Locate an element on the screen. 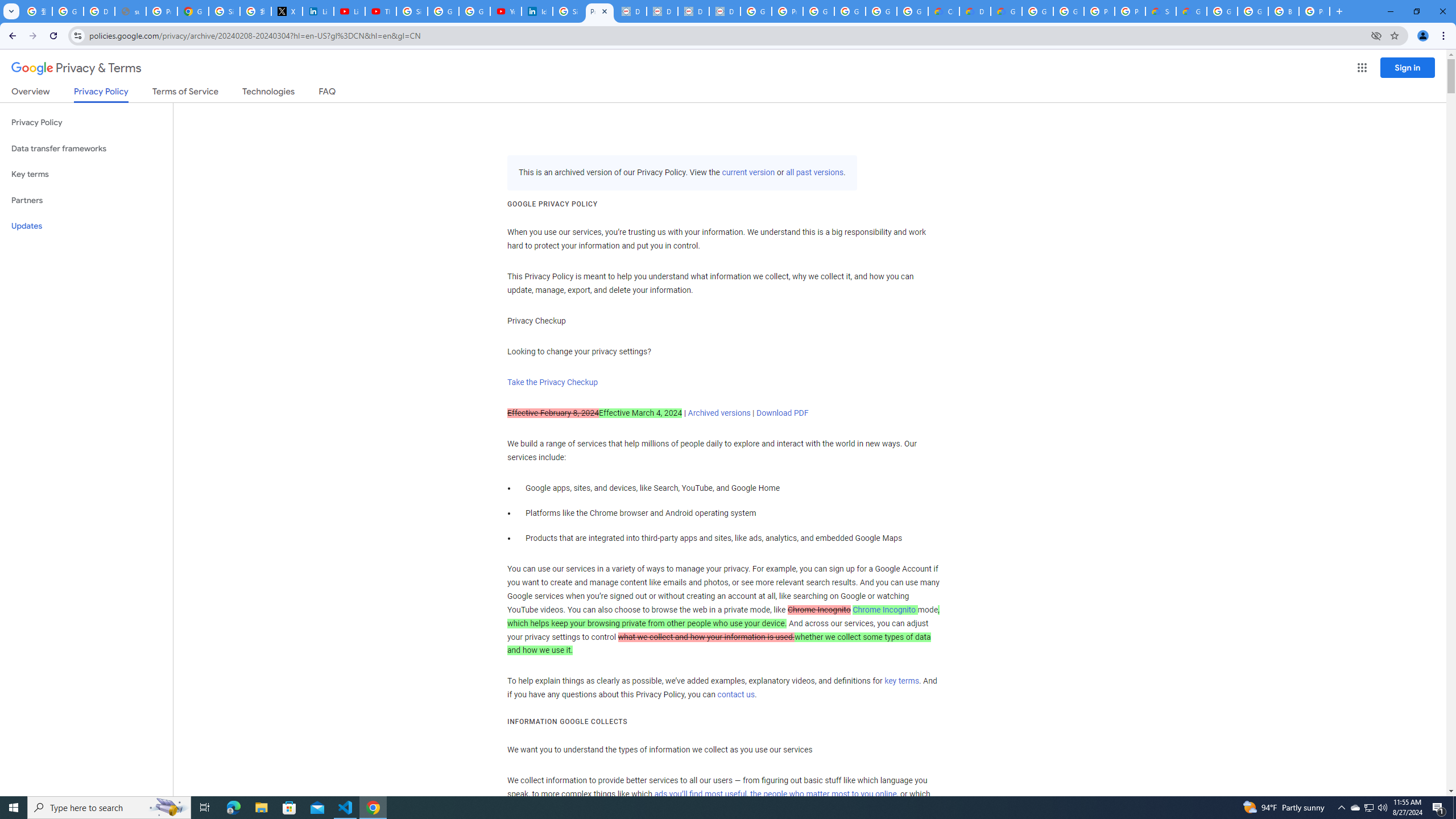 This screenshot has width=1456, height=819. 'Take the Privacy Checkup' is located at coordinates (552, 381).